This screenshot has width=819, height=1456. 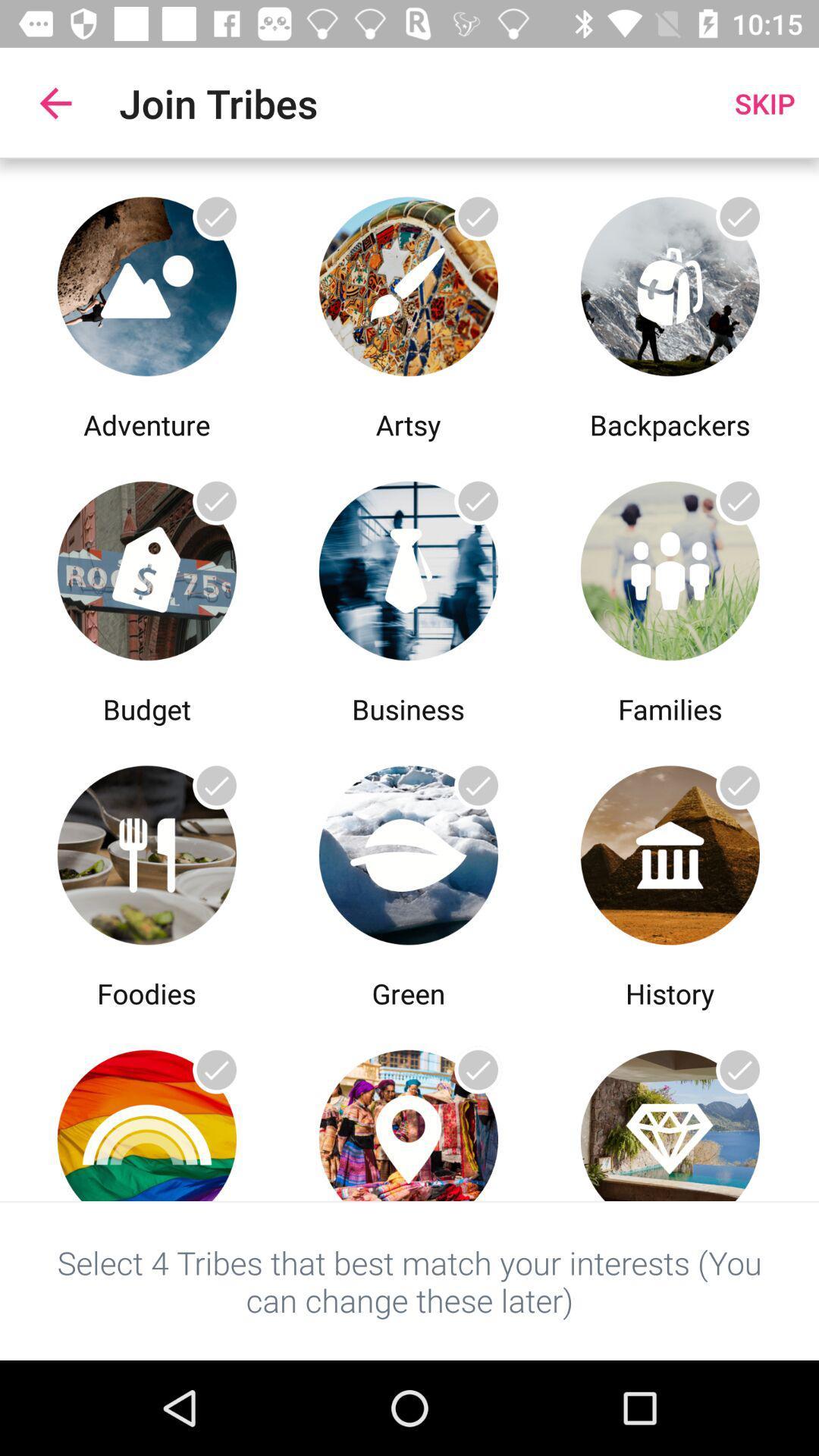 What do you see at coordinates (669, 566) in the screenshot?
I see `families` at bounding box center [669, 566].